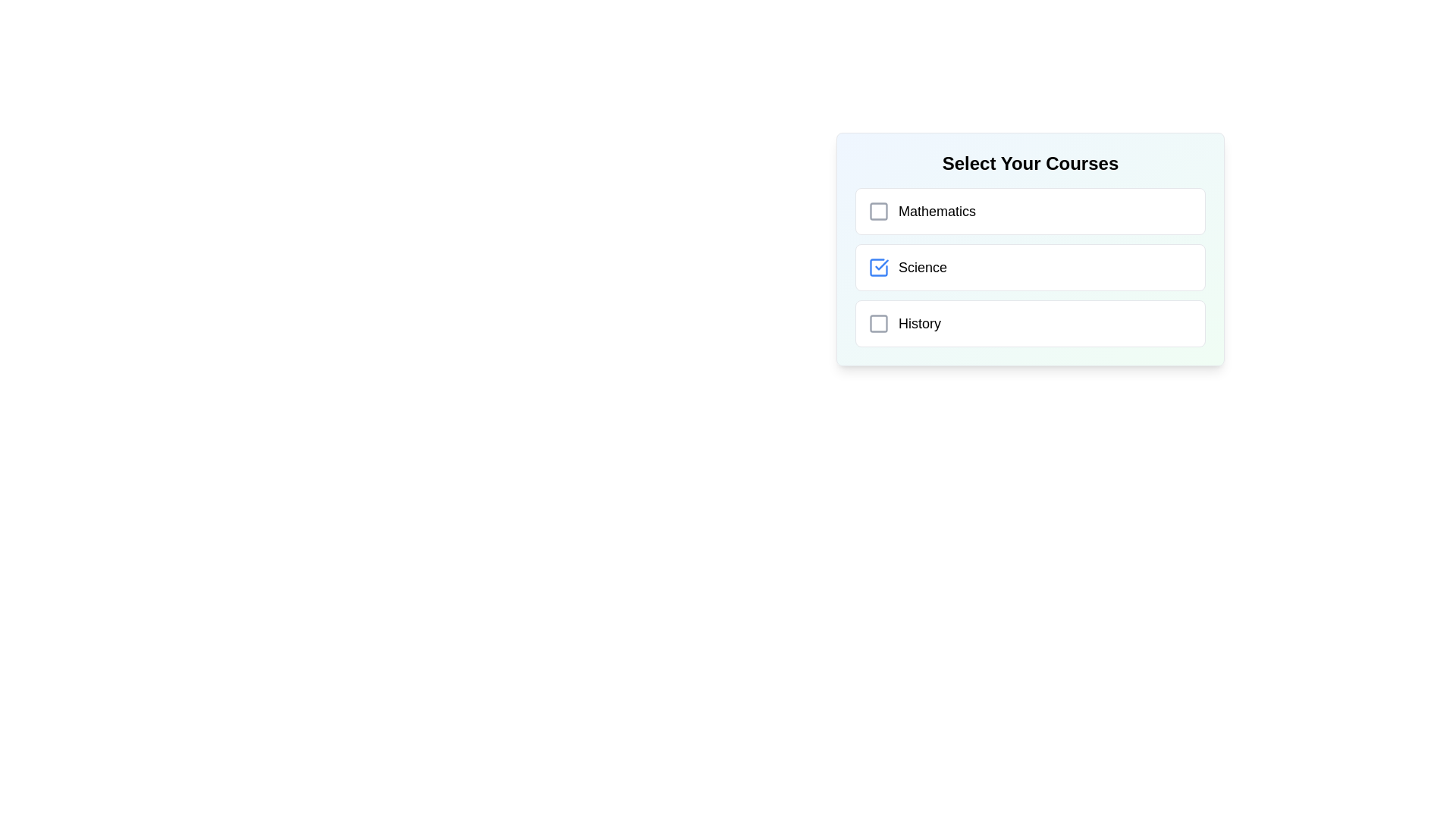 The image size is (1456, 819). Describe the element at coordinates (922, 267) in the screenshot. I see `'Science' text label associated with the checkbox in the second row under 'Select Your Courses'` at that location.